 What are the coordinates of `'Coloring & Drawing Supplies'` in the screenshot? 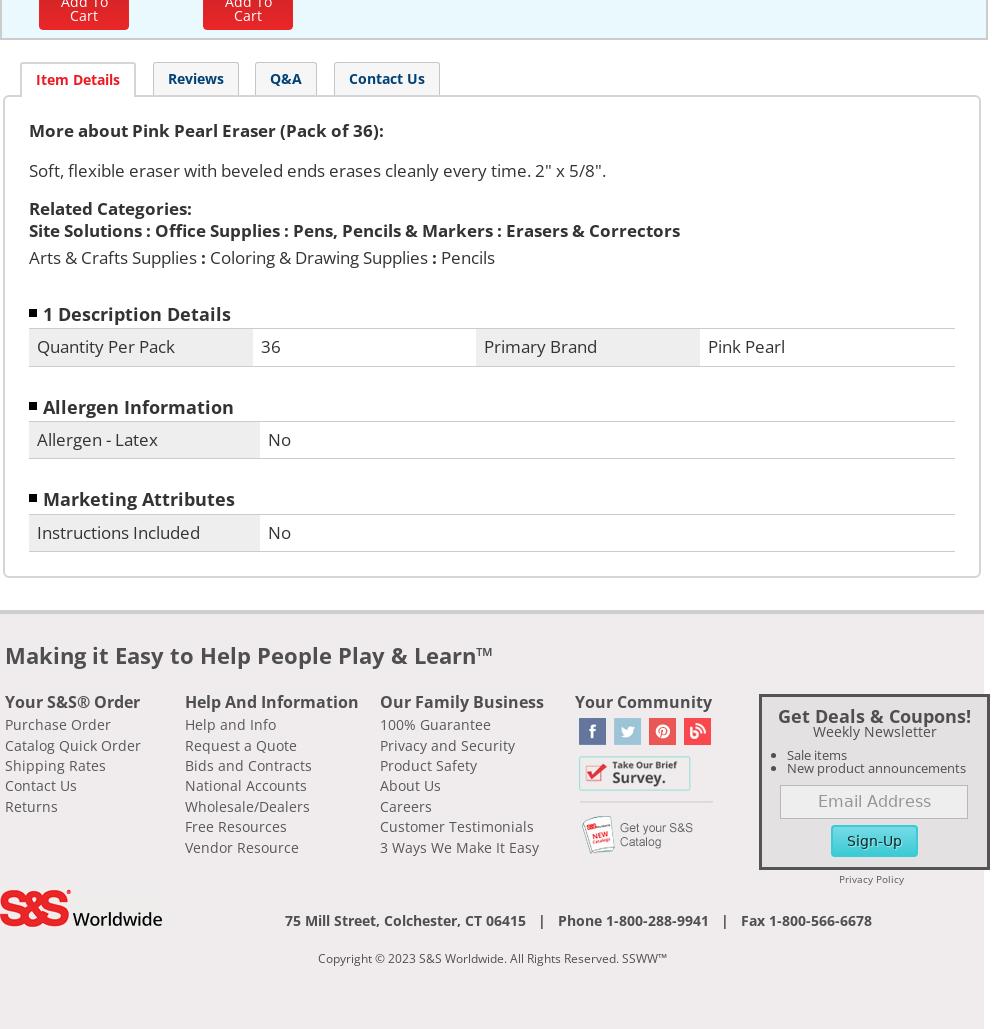 It's located at (318, 255).